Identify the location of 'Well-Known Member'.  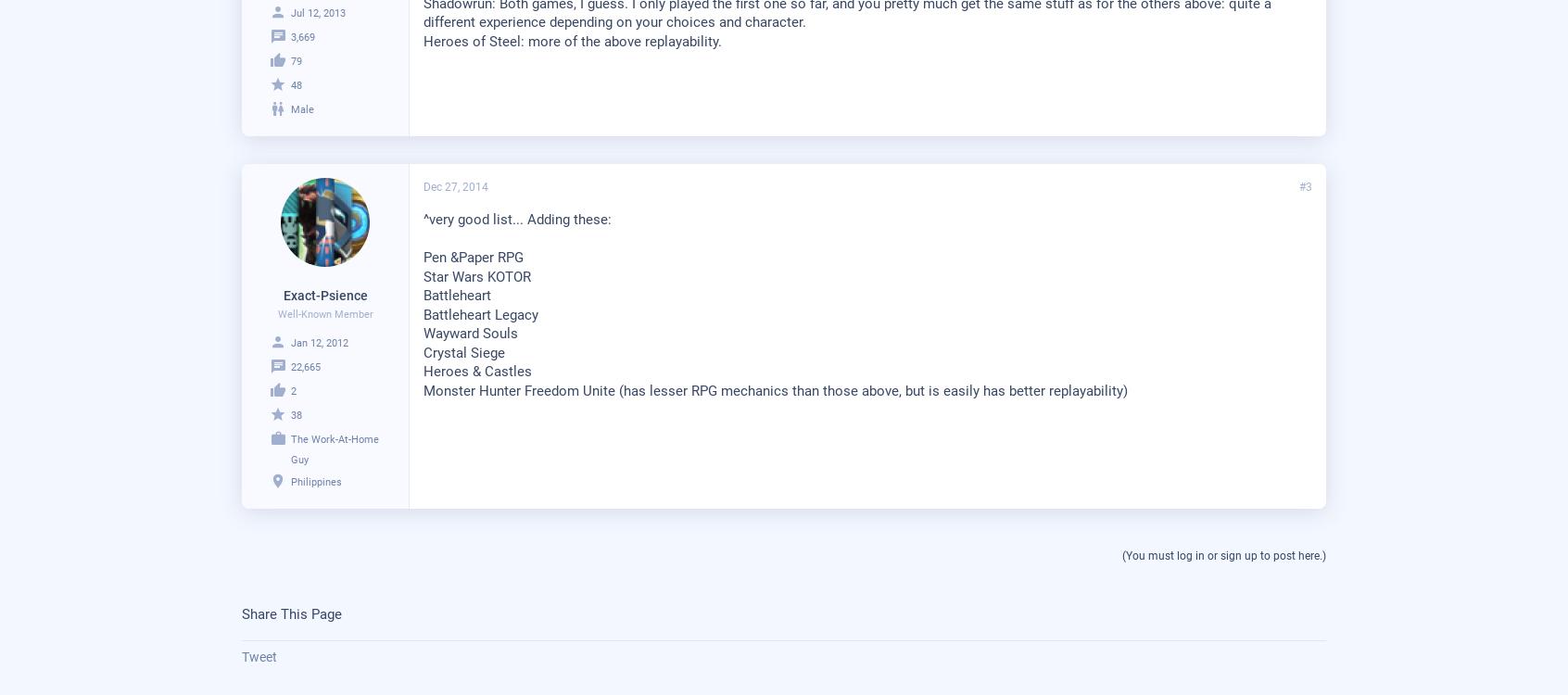
(323, 313).